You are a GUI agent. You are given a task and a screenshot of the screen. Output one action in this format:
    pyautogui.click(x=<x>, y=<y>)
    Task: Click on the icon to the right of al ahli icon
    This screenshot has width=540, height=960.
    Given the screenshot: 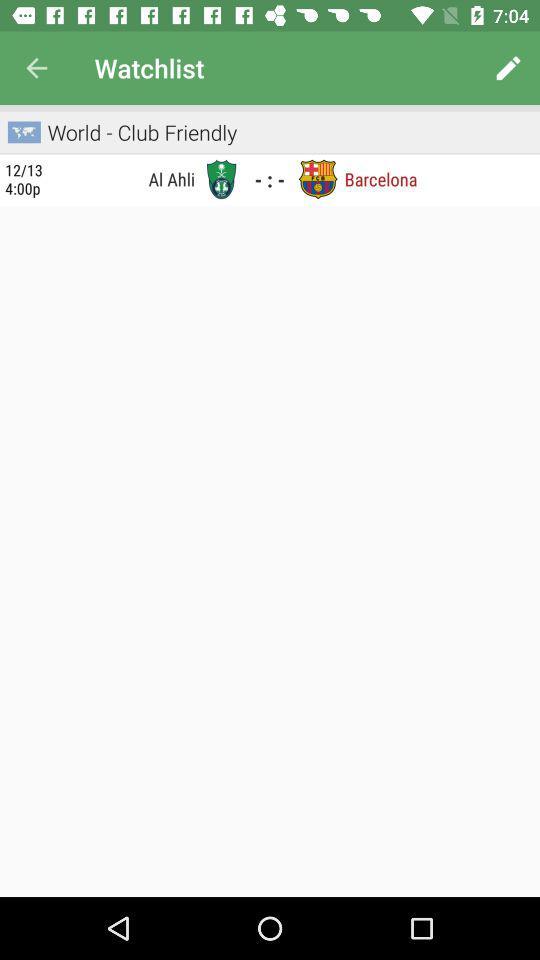 What is the action you would take?
    pyautogui.click(x=220, y=178)
    